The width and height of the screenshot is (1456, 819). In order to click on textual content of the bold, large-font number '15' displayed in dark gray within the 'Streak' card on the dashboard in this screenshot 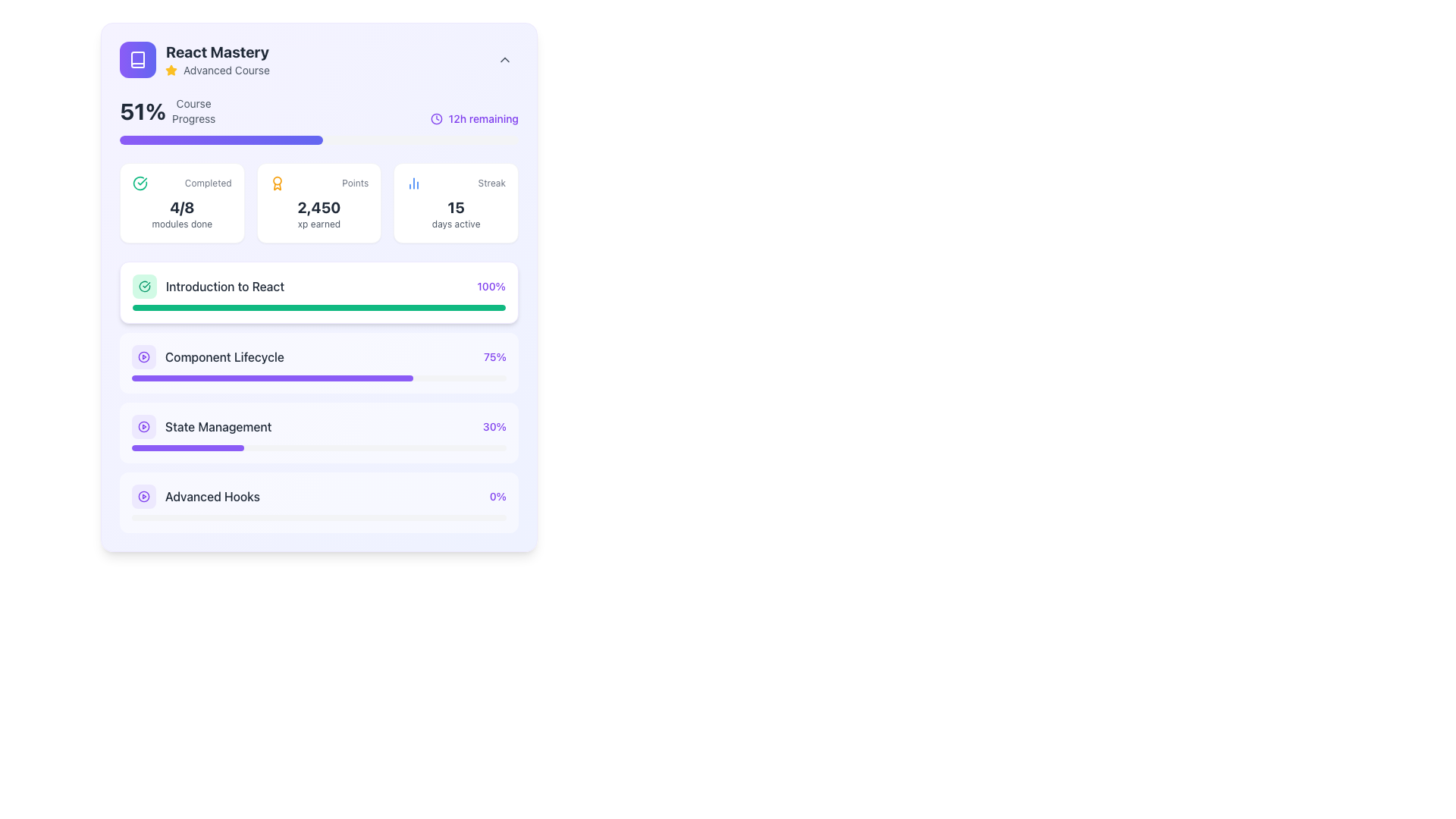, I will do `click(455, 207)`.